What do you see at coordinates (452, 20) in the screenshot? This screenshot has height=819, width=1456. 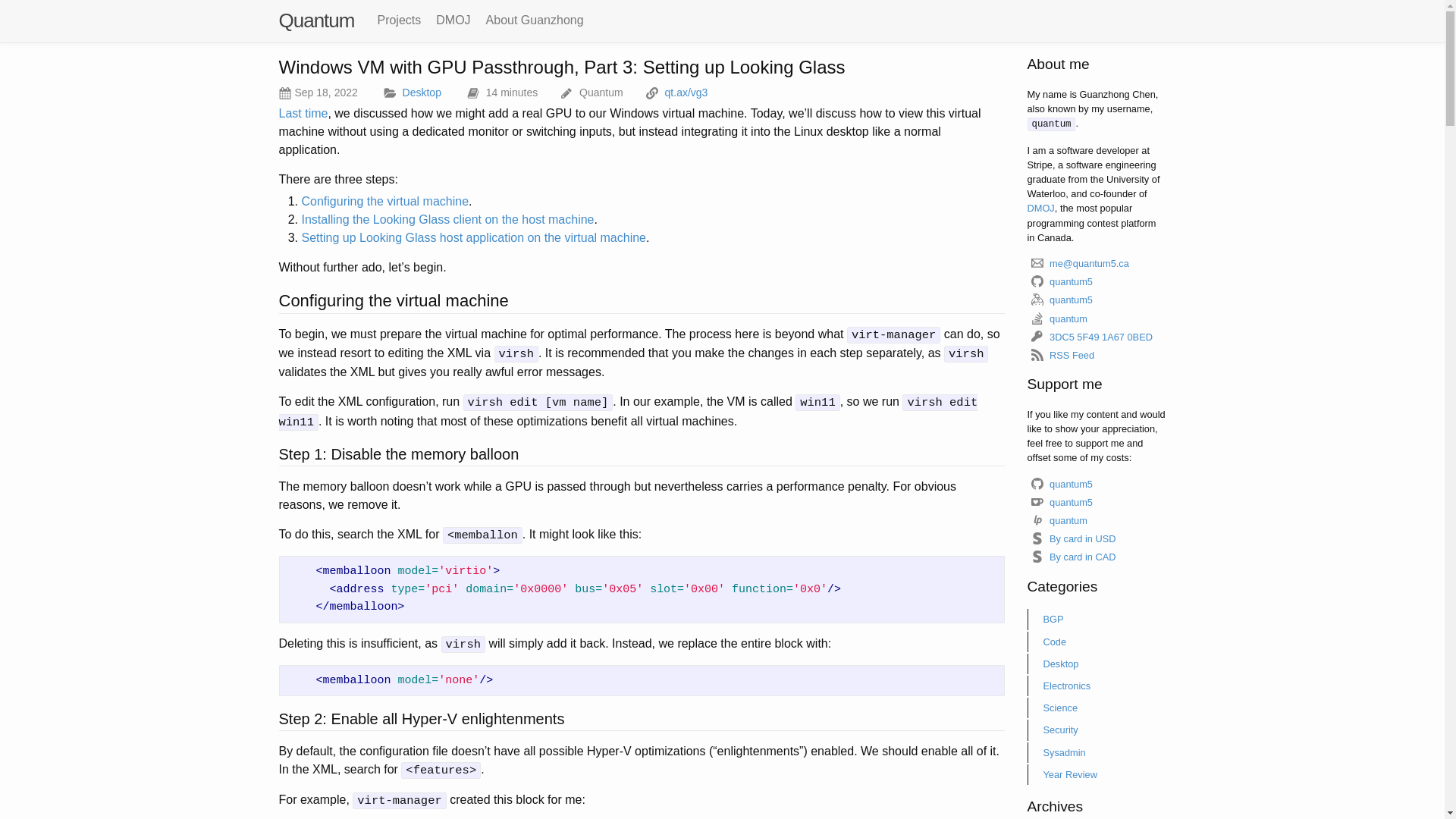 I see `'DMOJ'` at bounding box center [452, 20].